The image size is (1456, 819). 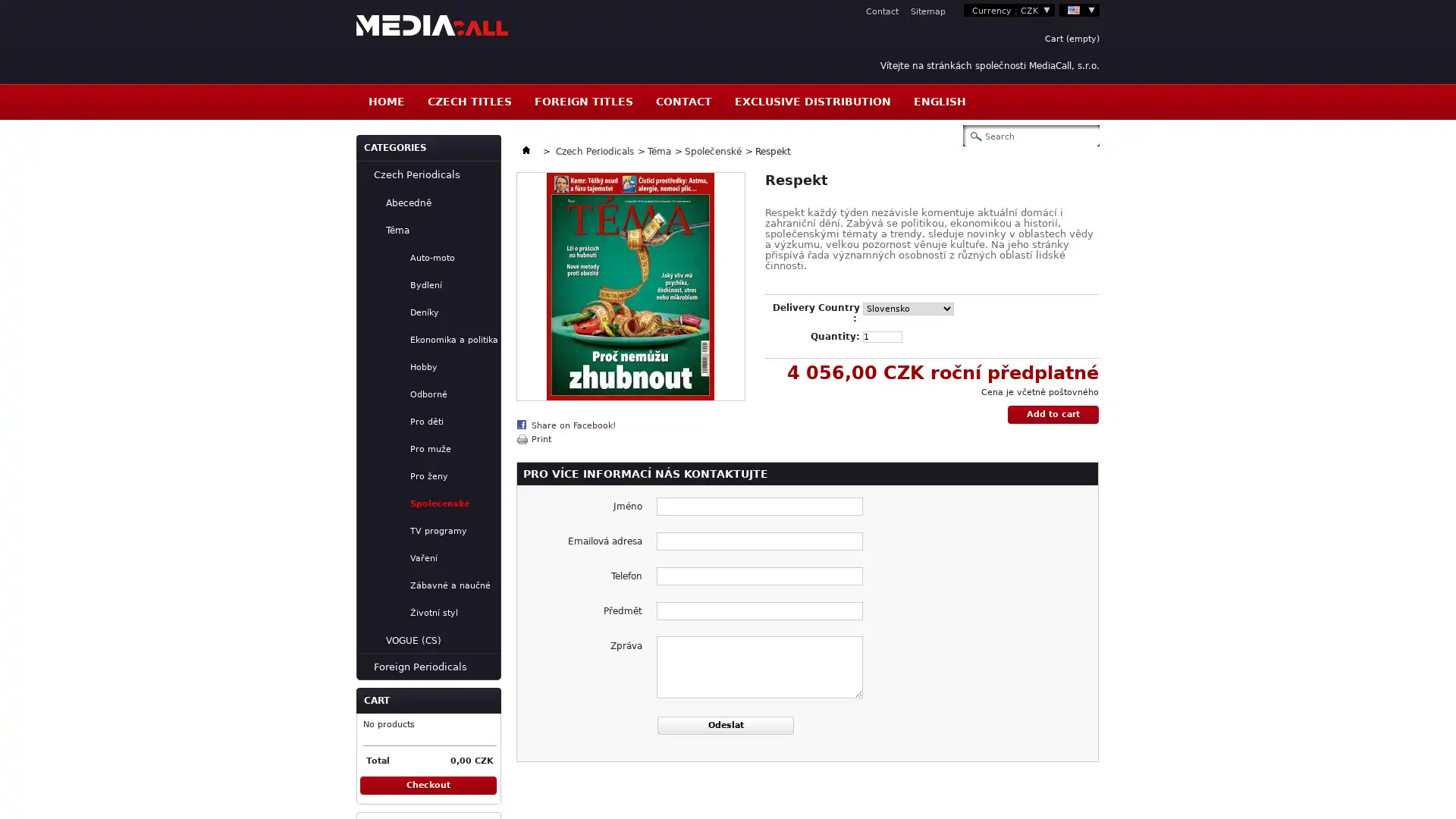 I want to click on Odeslat, so click(x=724, y=724).